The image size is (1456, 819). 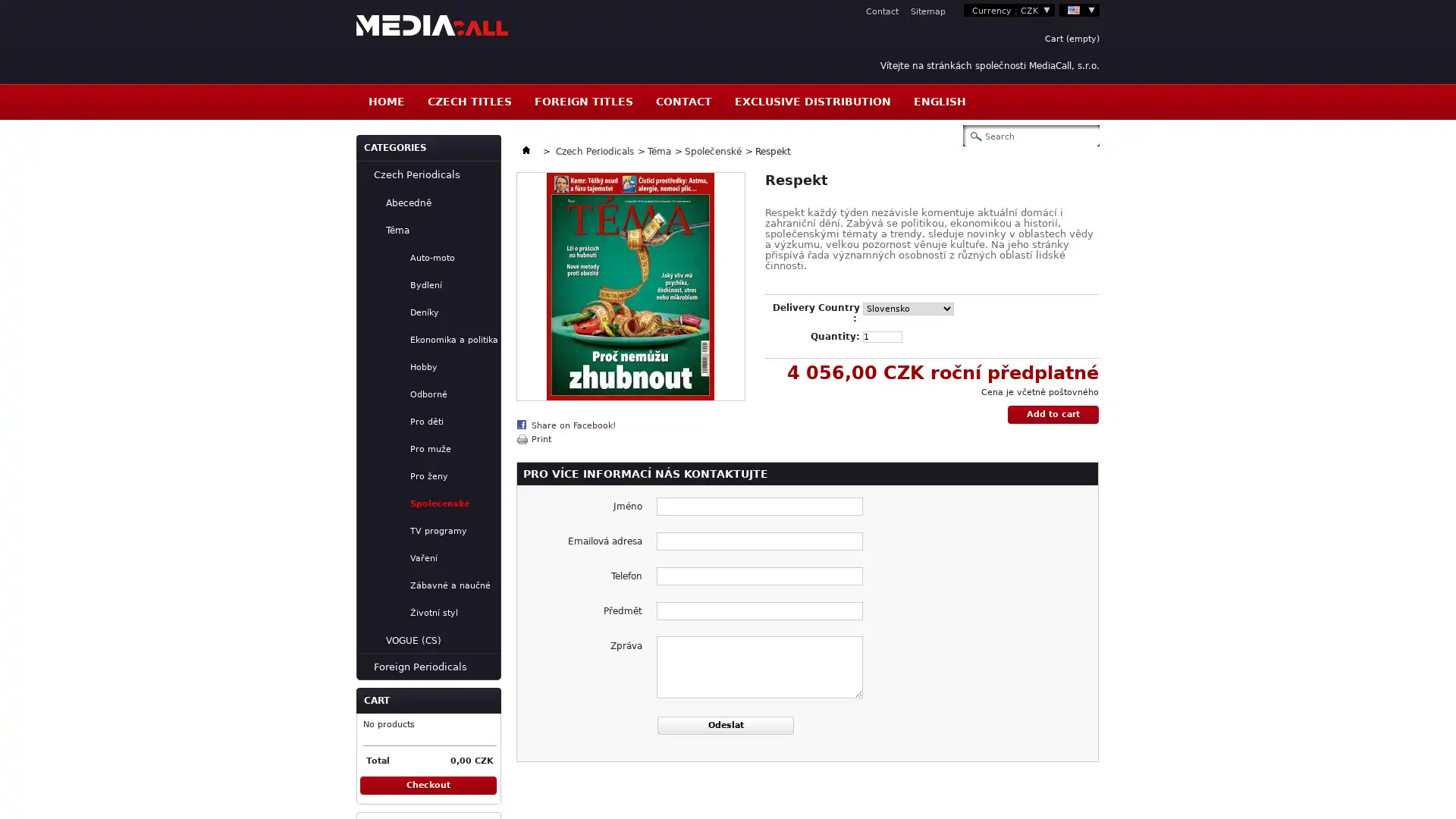 I want to click on Odeslat, so click(x=724, y=724).